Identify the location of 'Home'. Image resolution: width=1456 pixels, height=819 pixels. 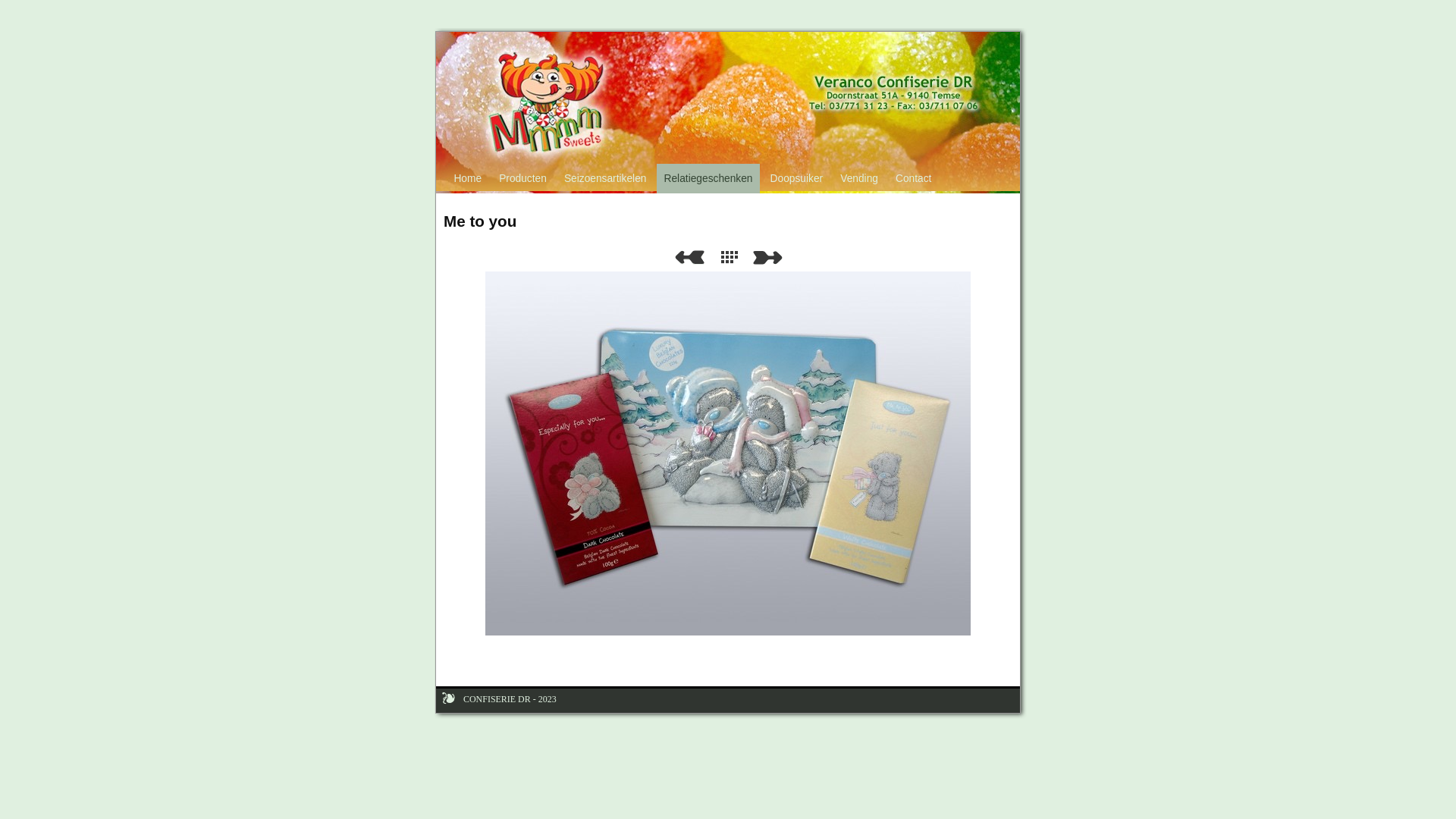
(467, 177).